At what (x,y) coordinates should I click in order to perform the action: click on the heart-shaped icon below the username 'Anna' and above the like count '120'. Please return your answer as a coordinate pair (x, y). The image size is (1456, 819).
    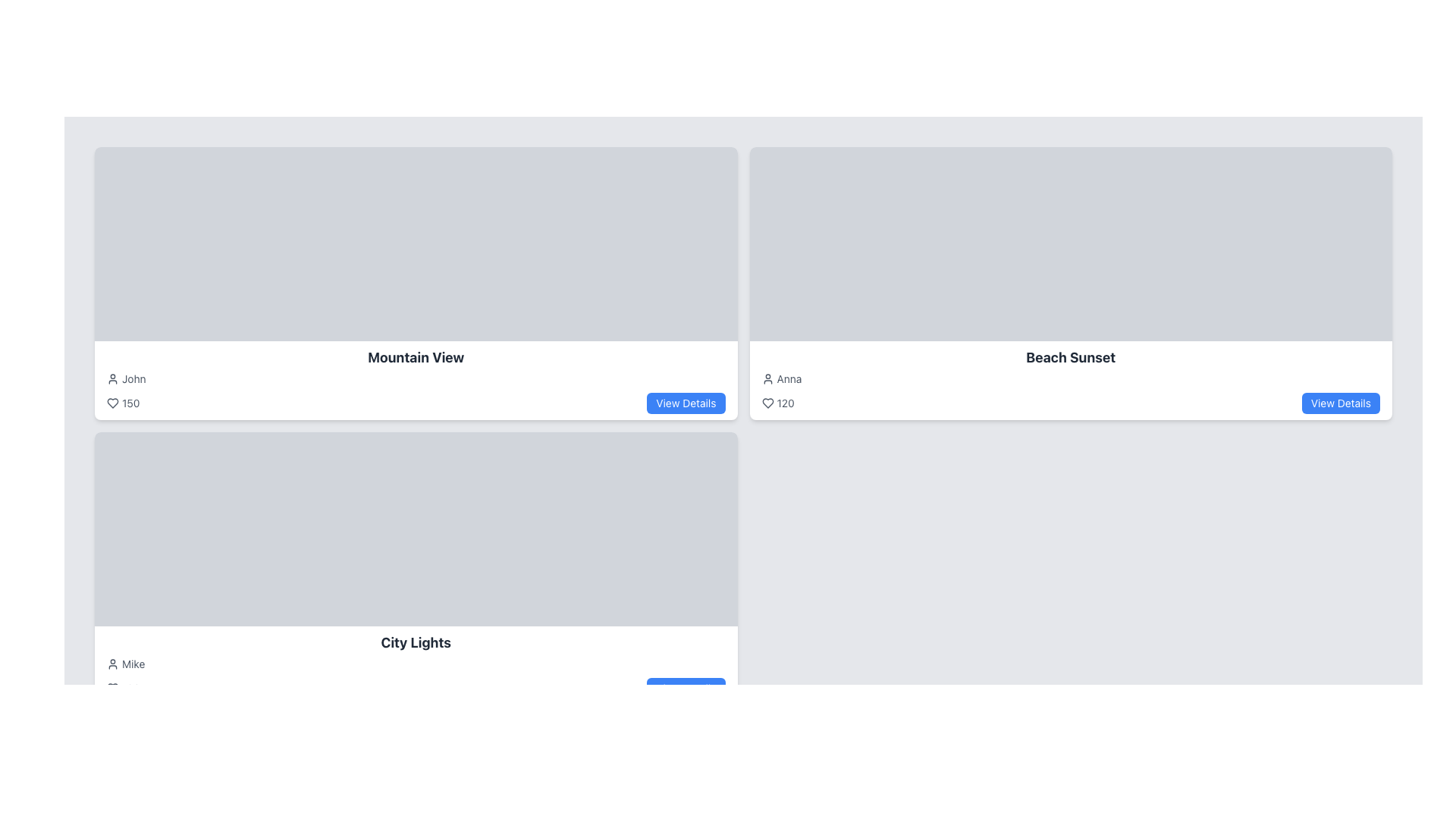
    Looking at the image, I should click on (767, 403).